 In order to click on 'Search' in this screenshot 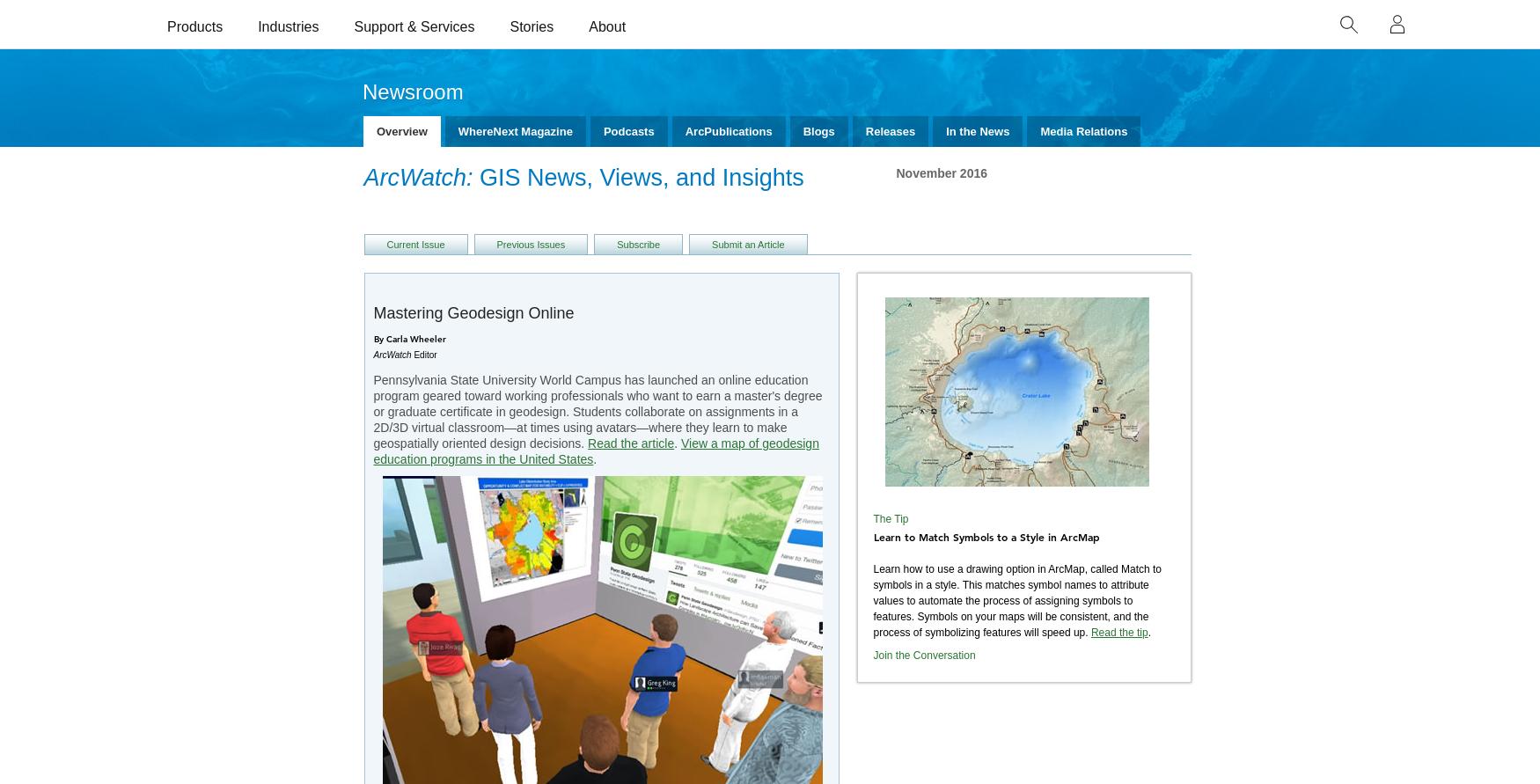, I will do `click(156, 504)`.